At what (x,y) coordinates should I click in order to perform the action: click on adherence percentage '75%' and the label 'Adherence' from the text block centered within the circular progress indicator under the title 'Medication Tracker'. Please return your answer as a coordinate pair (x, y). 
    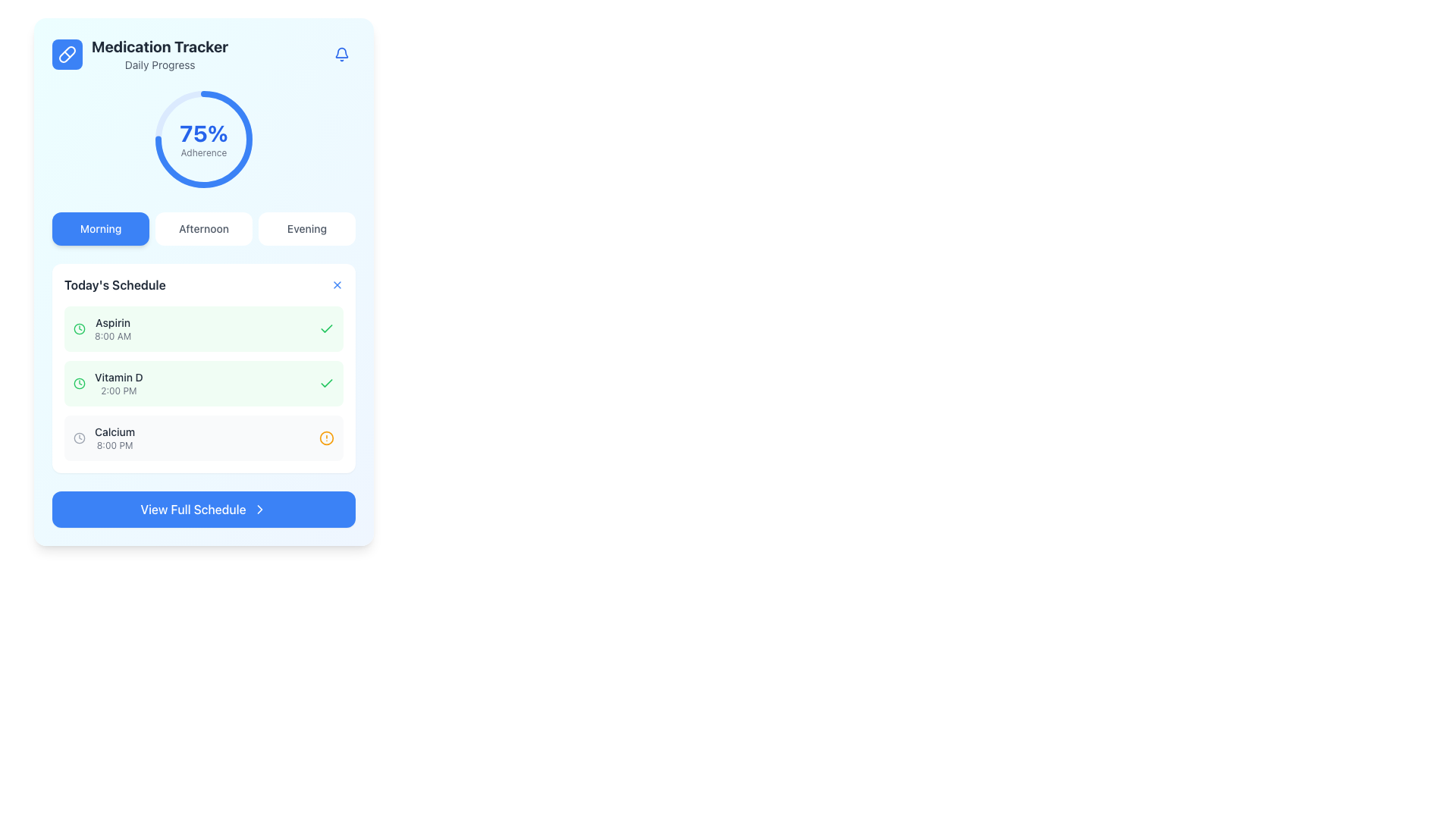
    Looking at the image, I should click on (202, 140).